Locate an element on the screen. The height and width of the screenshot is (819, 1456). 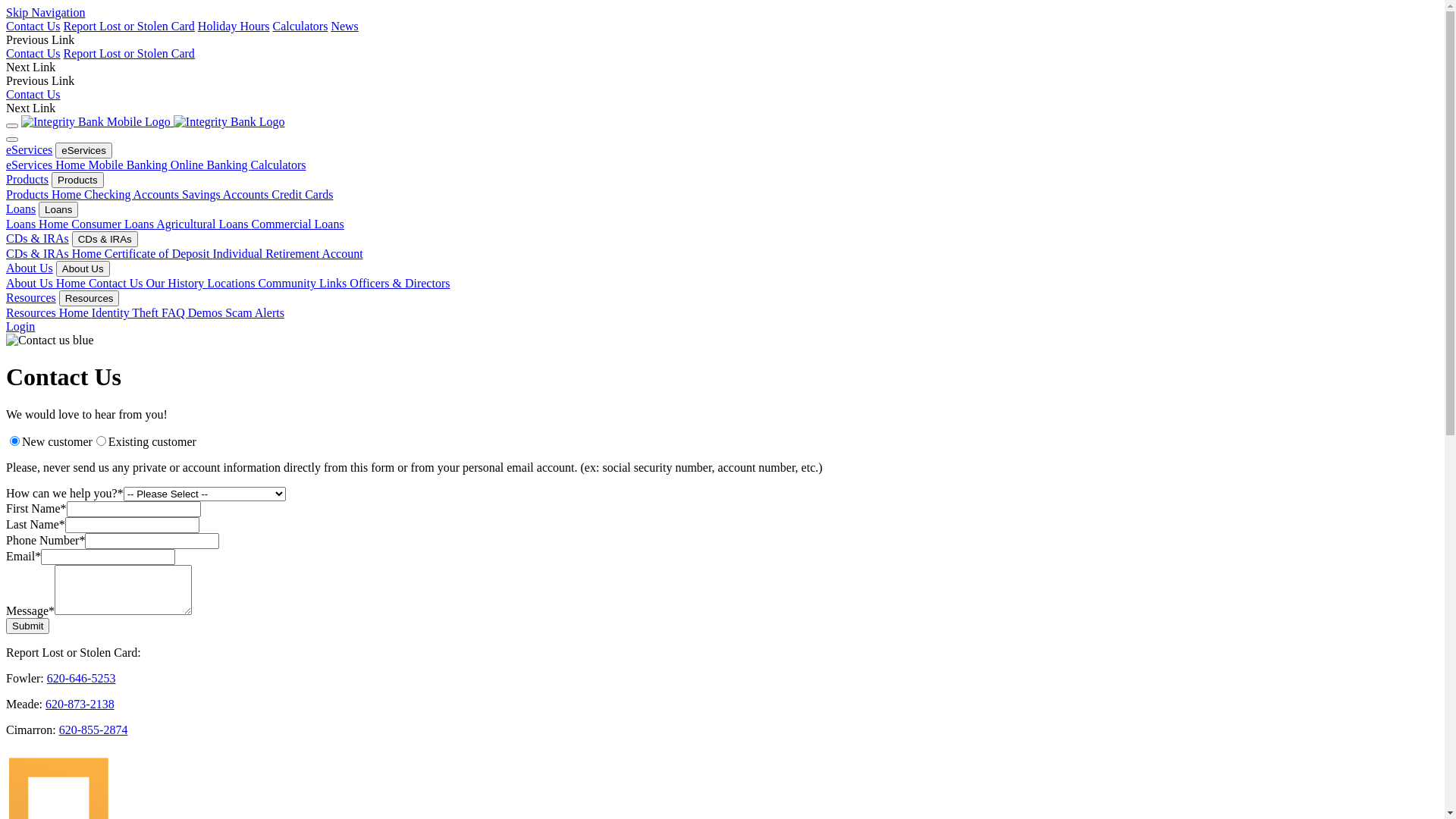
'Loans' is located at coordinates (20, 209).